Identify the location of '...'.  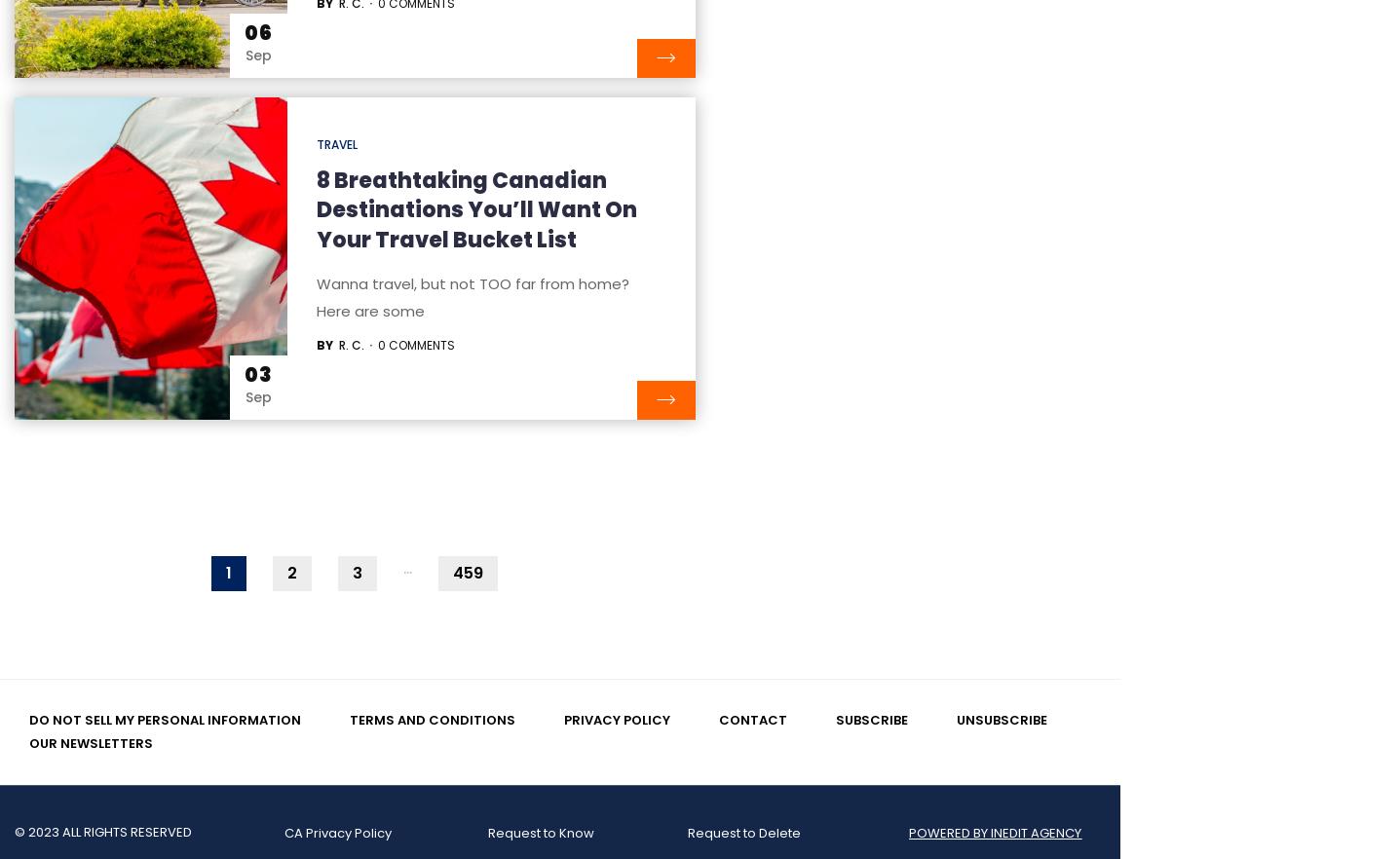
(402, 567).